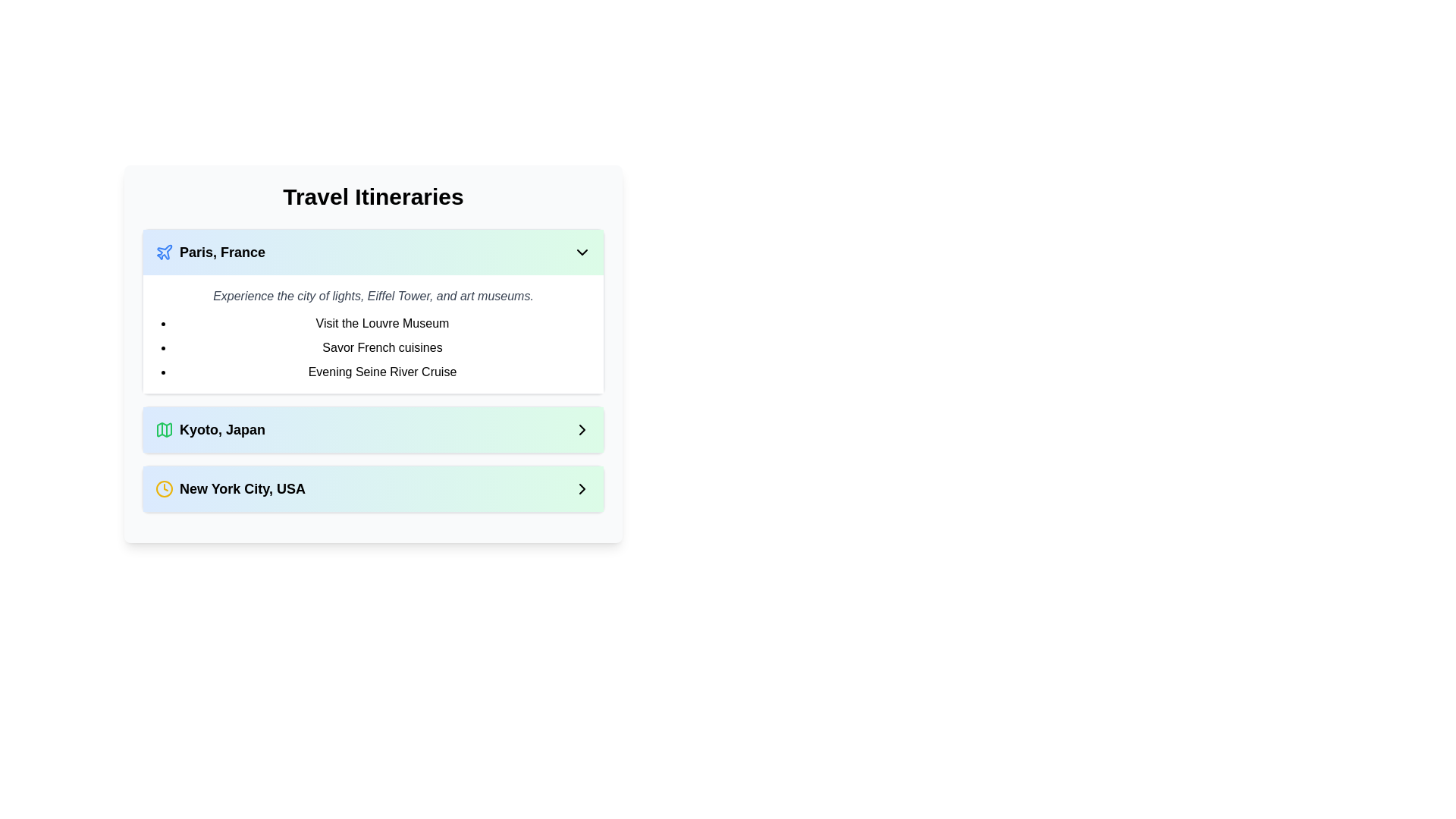  I want to click on the 'Travel Itineraries' heading, which is styled in bold and large font, located at the top of the content section, so click(373, 196).